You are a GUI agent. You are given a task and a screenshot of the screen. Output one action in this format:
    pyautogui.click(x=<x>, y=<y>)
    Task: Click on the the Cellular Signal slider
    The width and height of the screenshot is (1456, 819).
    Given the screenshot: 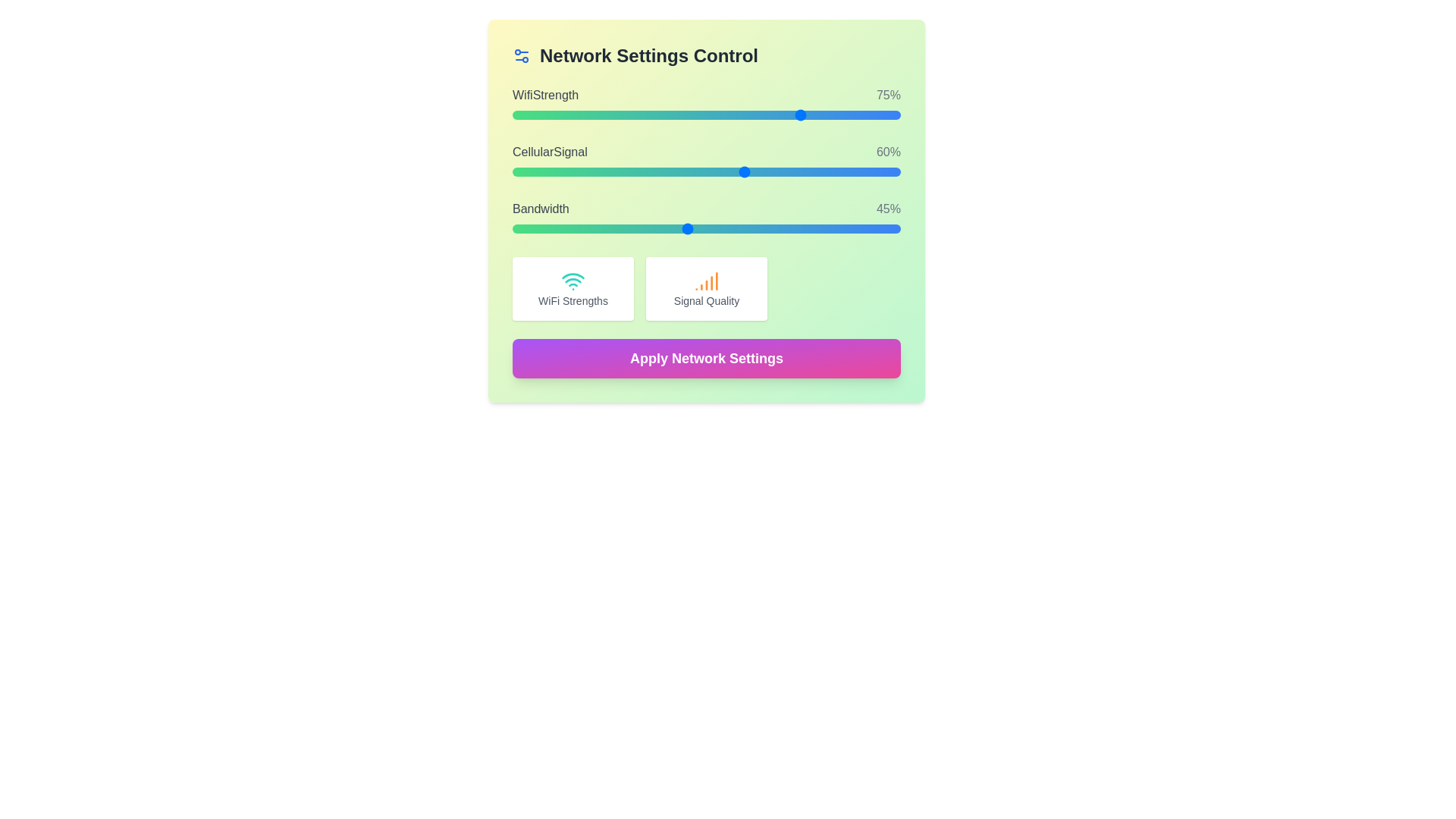 What is the action you would take?
    pyautogui.click(x=742, y=171)
    